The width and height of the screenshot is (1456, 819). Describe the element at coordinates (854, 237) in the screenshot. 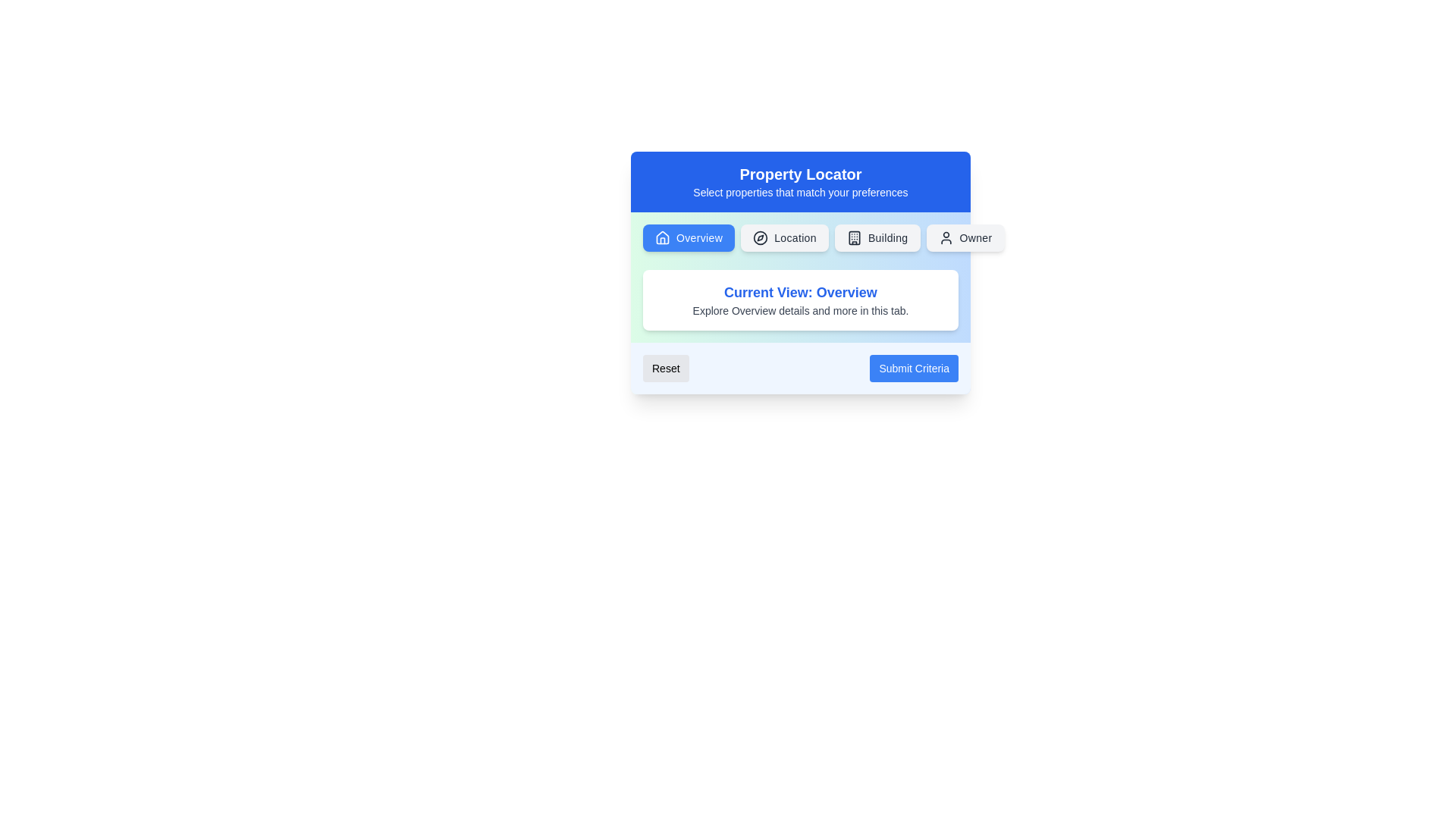

I see `the rectangle within the building icon in the navigation bar under 'Property Locator'` at that location.